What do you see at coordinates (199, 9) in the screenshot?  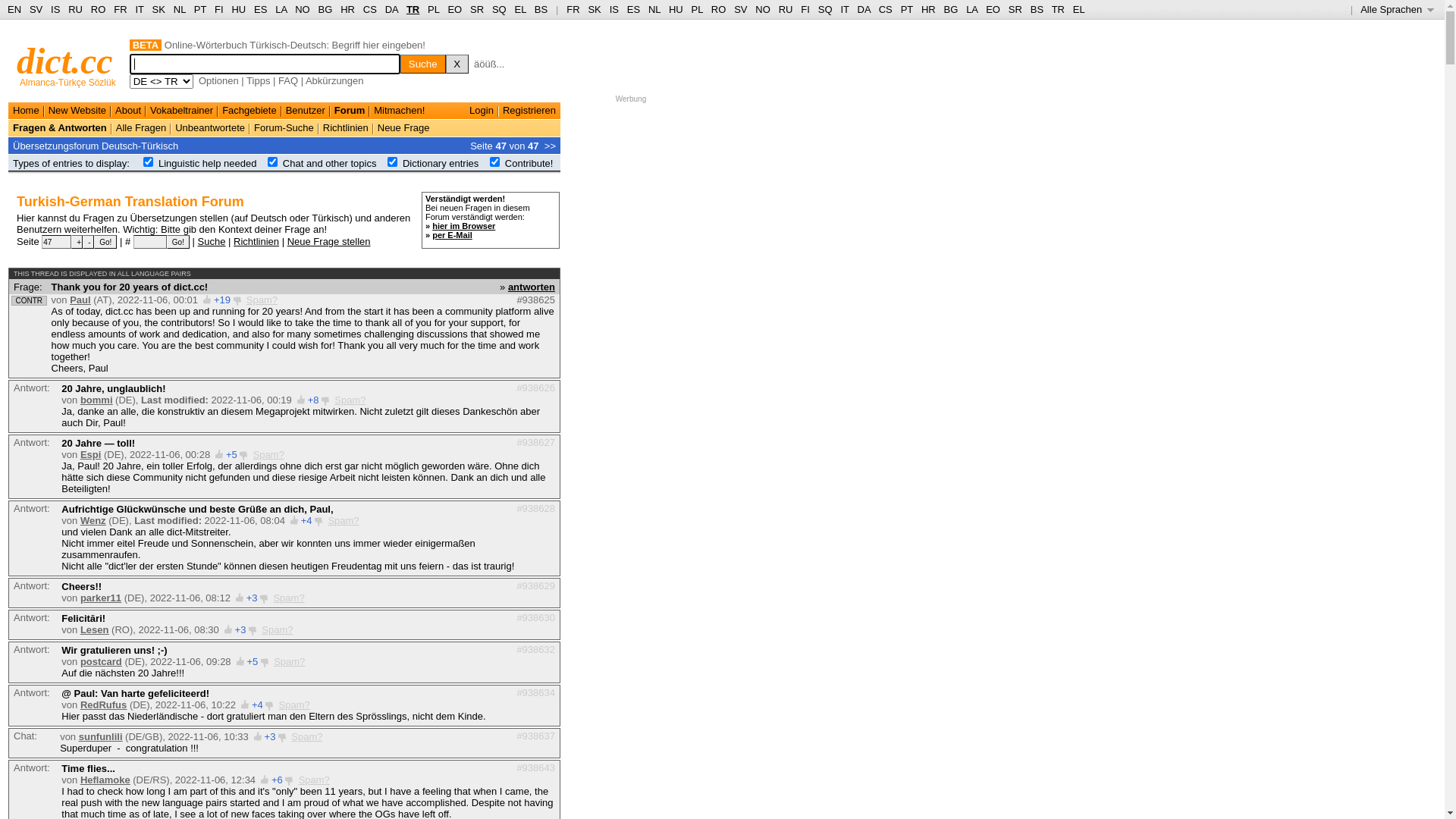 I see `'PT'` at bounding box center [199, 9].